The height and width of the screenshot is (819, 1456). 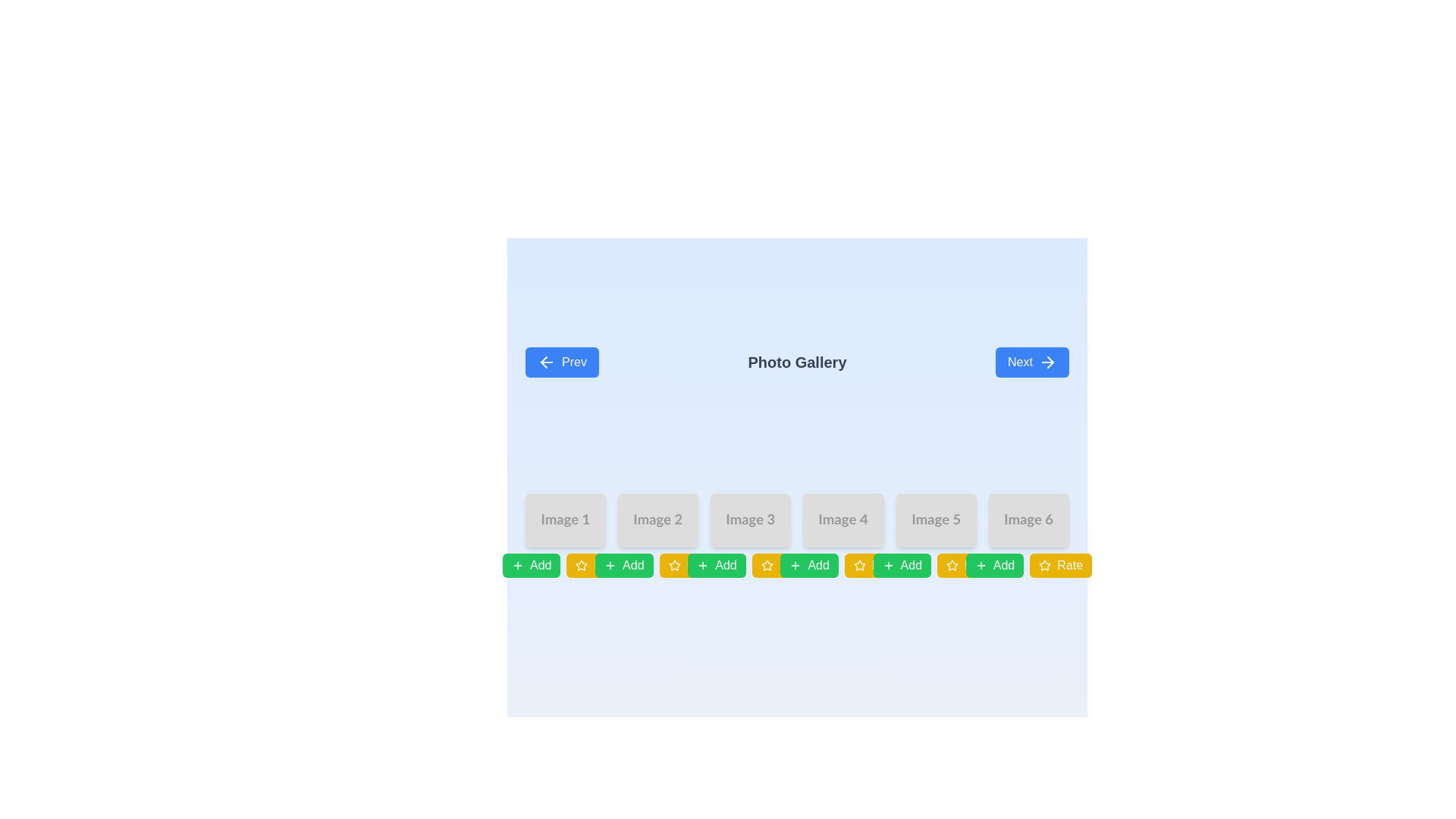 I want to click on the leftward arrow SVG icon located within the 'Prev' button on the navigation bar at the top of the interface, so click(x=544, y=362).